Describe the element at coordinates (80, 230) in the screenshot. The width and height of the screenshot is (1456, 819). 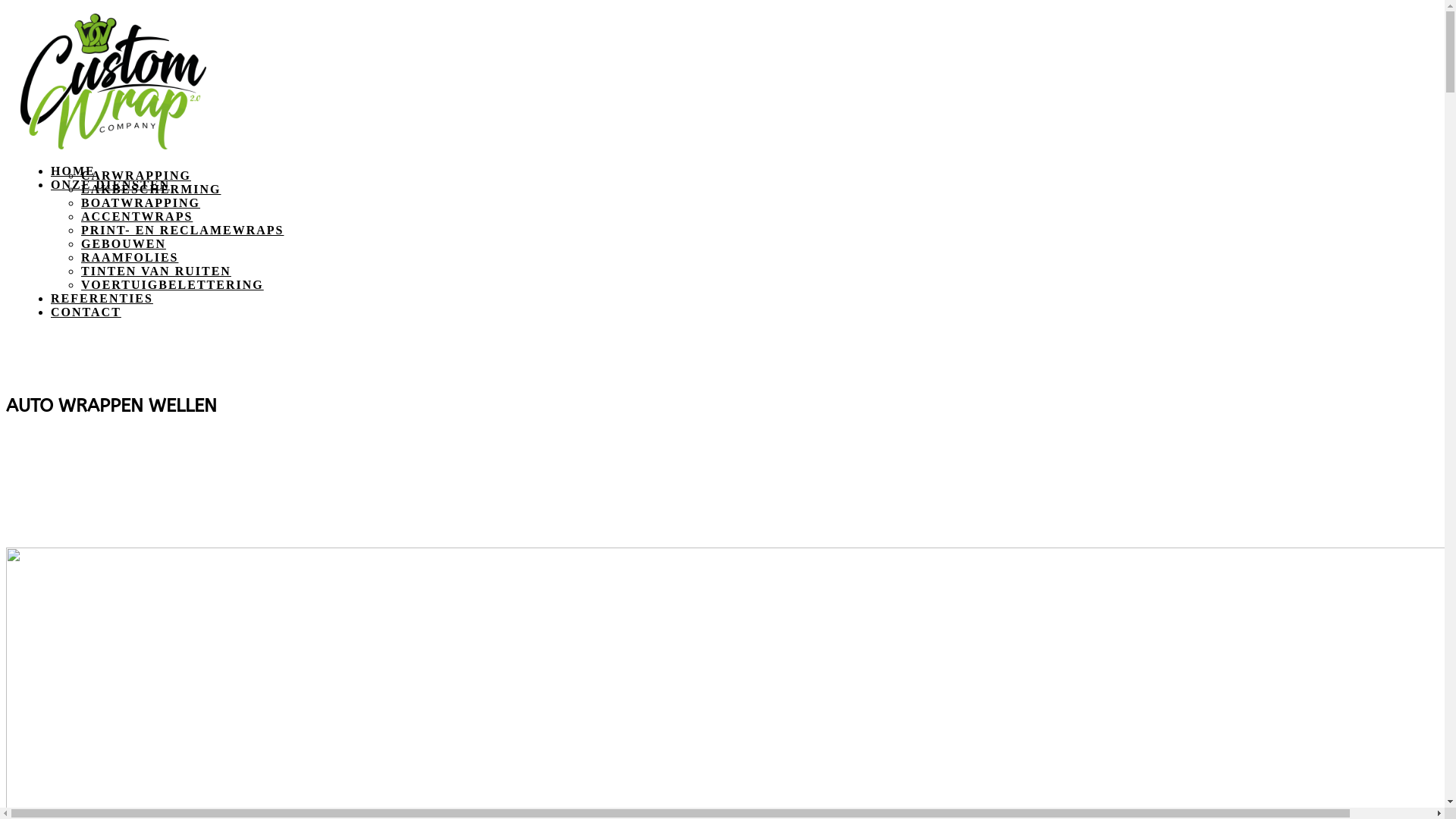
I see `'PRINT- EN RECLAMEWRAPS'` at that location.